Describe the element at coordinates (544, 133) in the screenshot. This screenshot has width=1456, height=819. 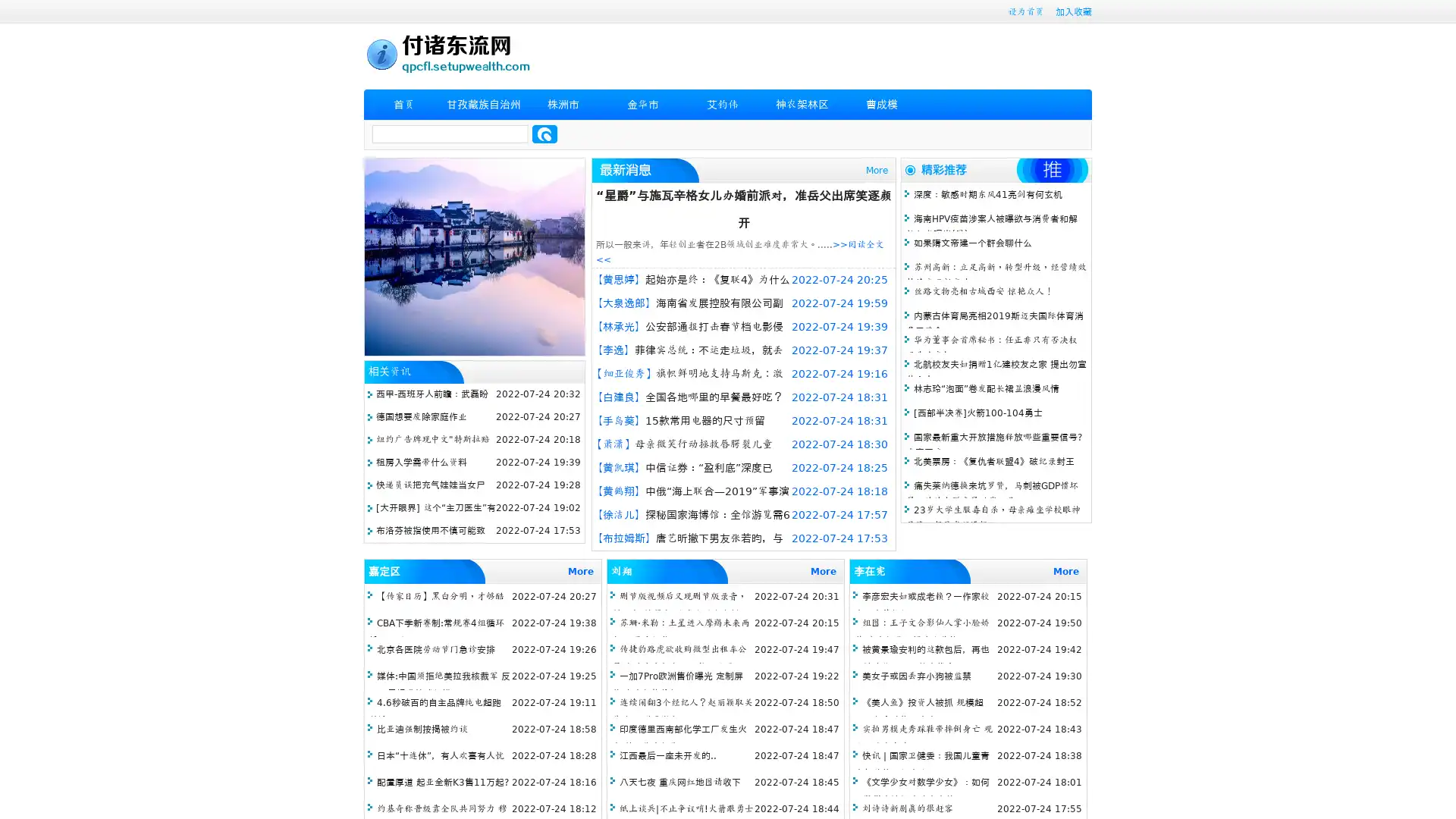
I see `Search` at that location.